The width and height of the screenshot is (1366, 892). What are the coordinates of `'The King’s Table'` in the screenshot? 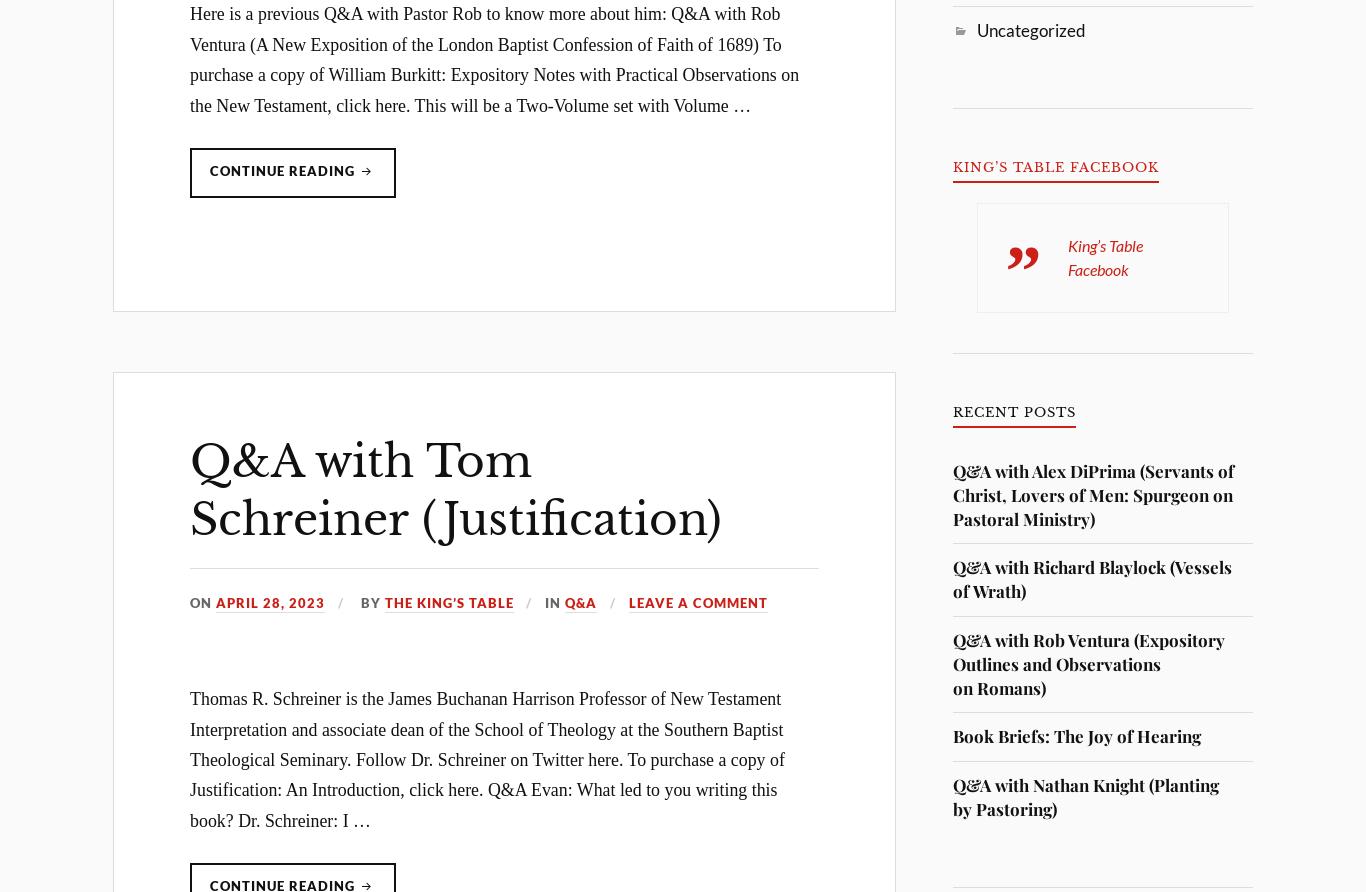 It's located at (447, 601).